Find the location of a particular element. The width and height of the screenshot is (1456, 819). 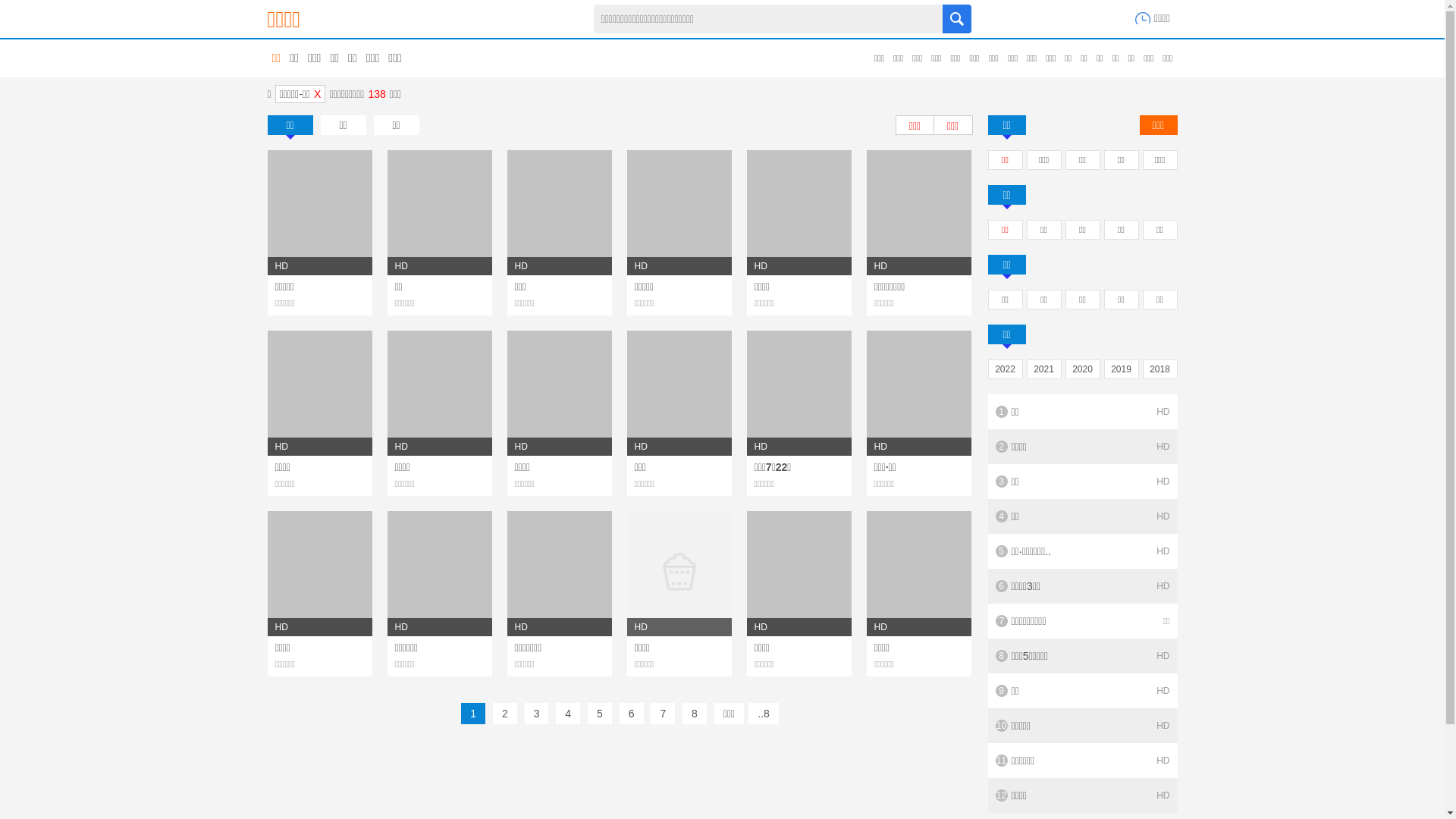

'2022' is located at coordinates (1005, 369).